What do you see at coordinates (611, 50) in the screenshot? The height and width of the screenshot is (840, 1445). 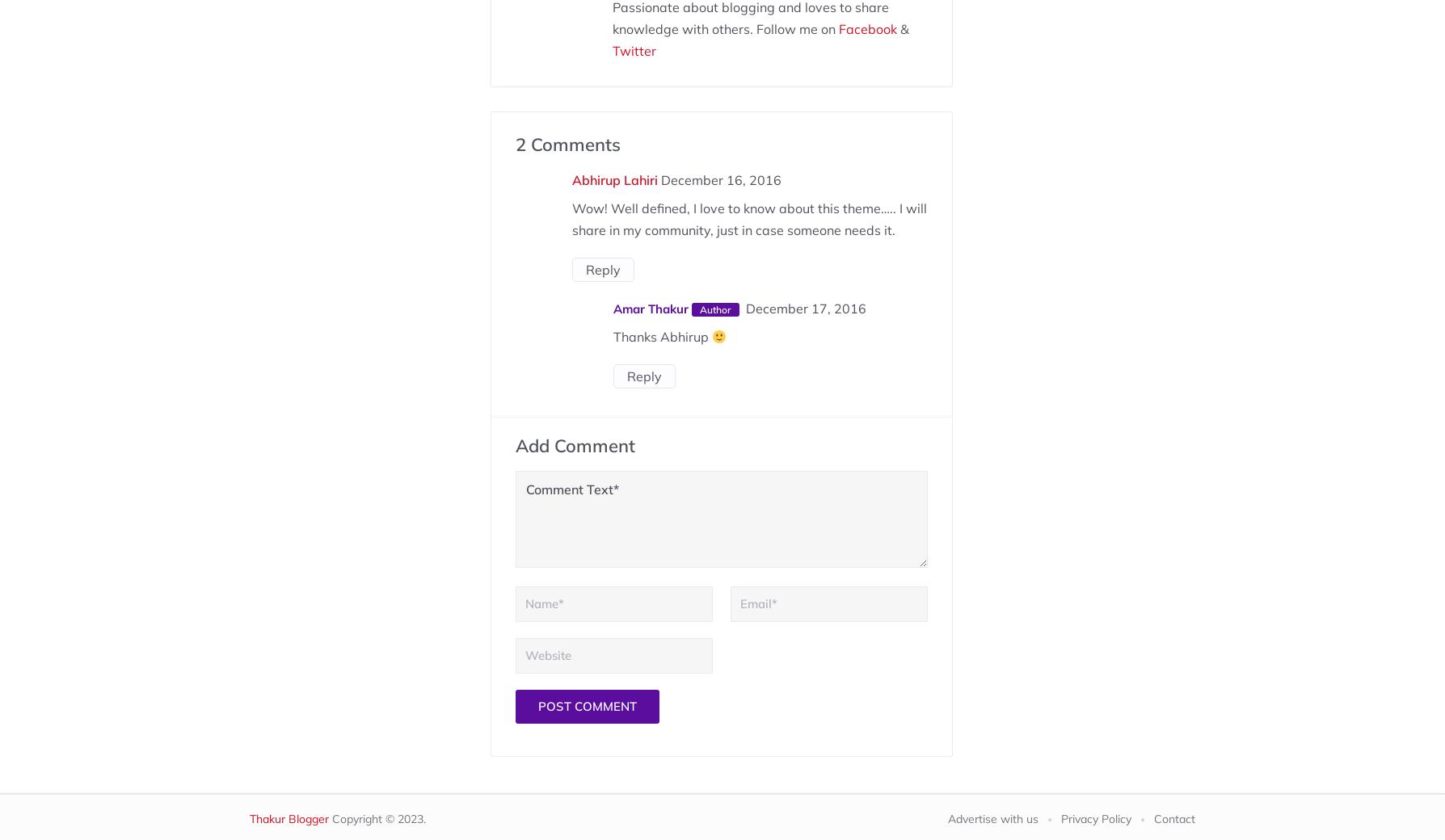 I see `'Twitter'` at bounding box center [611, 50].